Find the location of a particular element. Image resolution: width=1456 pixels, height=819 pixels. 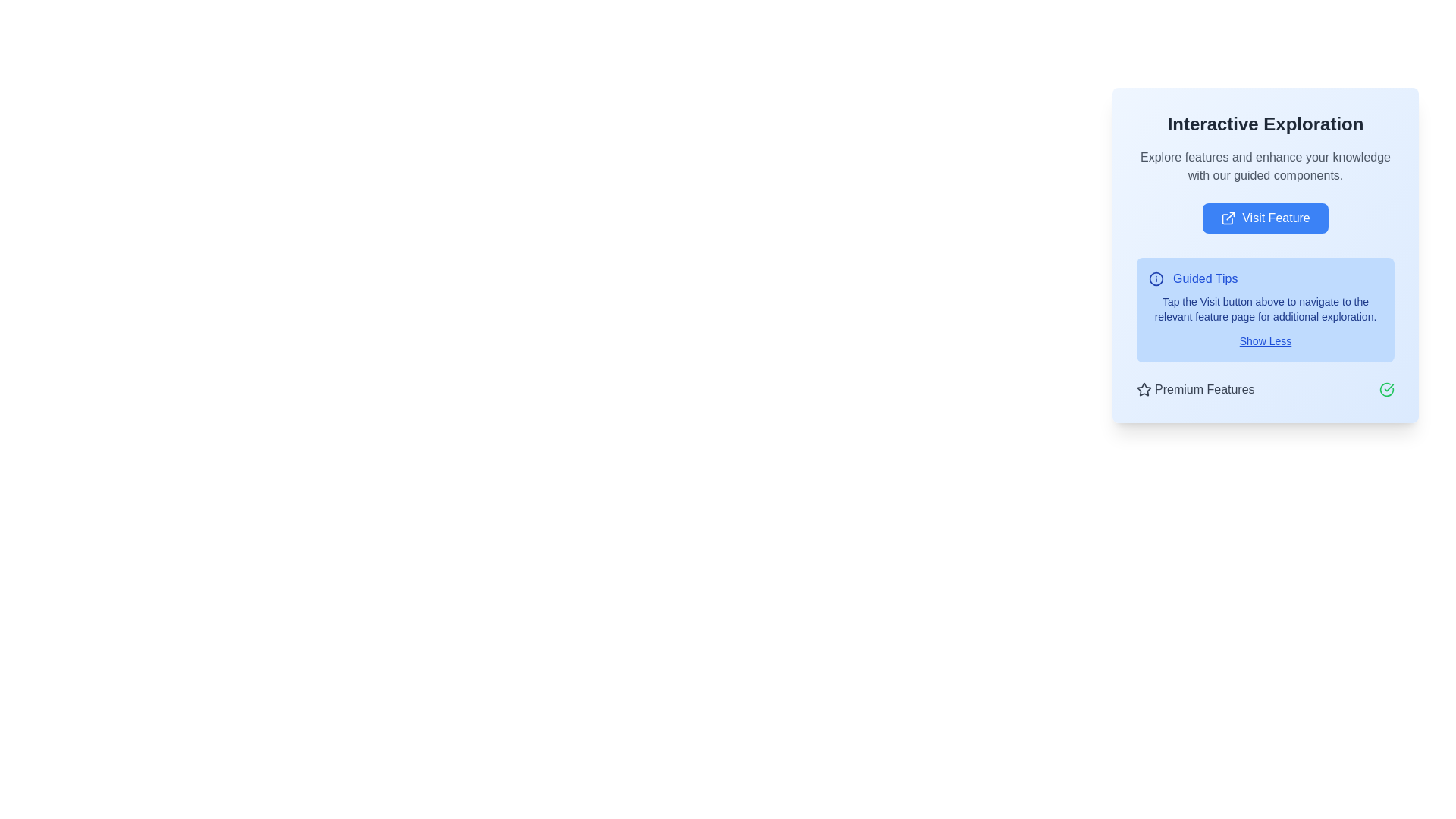

the green SVG icon with a checkmark that is placed to the right of the text 'Premium Features' is located at coordinates (1386, 388).